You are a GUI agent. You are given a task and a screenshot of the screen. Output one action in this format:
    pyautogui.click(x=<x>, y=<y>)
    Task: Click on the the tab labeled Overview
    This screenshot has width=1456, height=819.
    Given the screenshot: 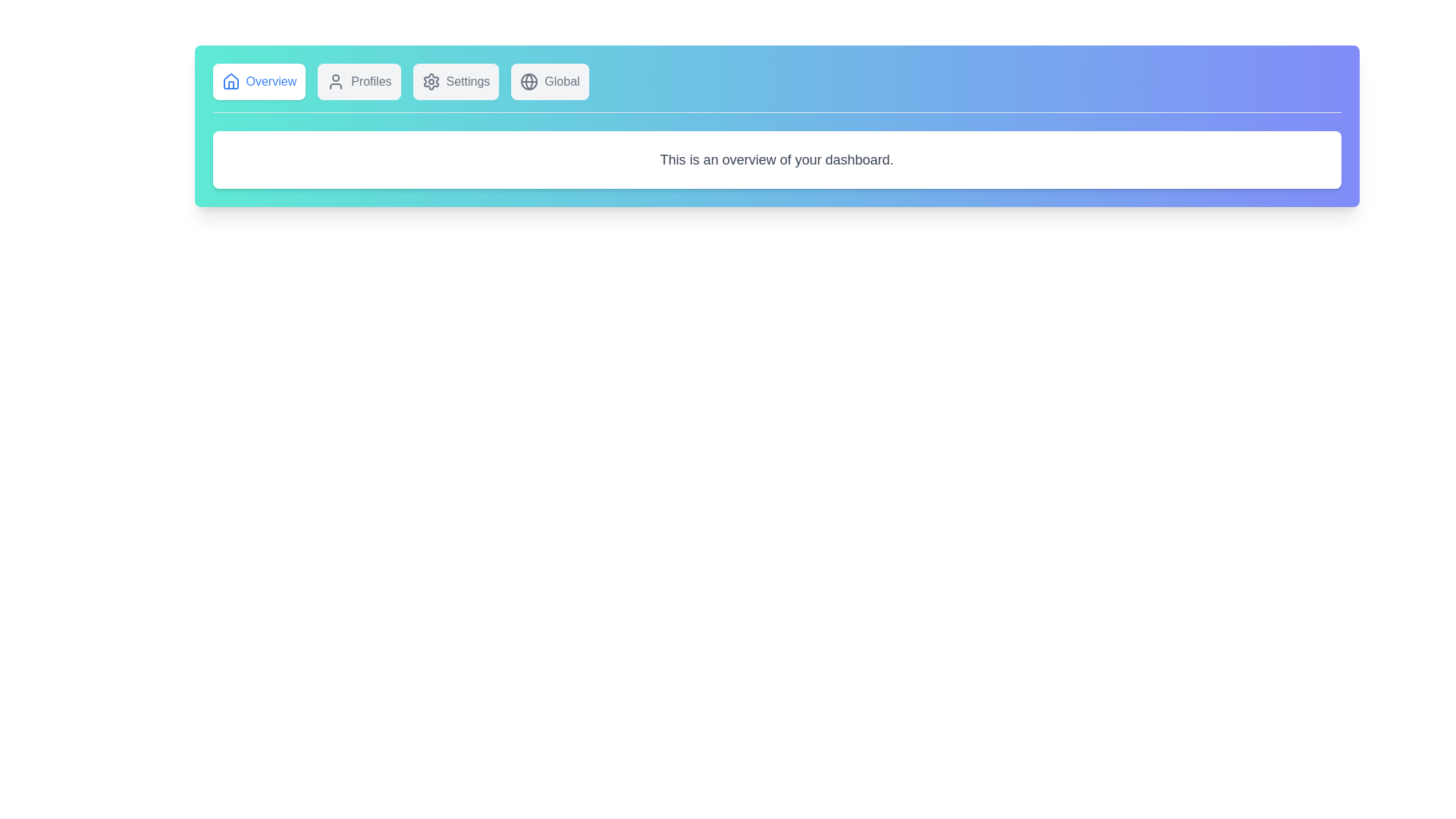 What is the action you would take?
    pyautogui.click(x=259, y=82)
    